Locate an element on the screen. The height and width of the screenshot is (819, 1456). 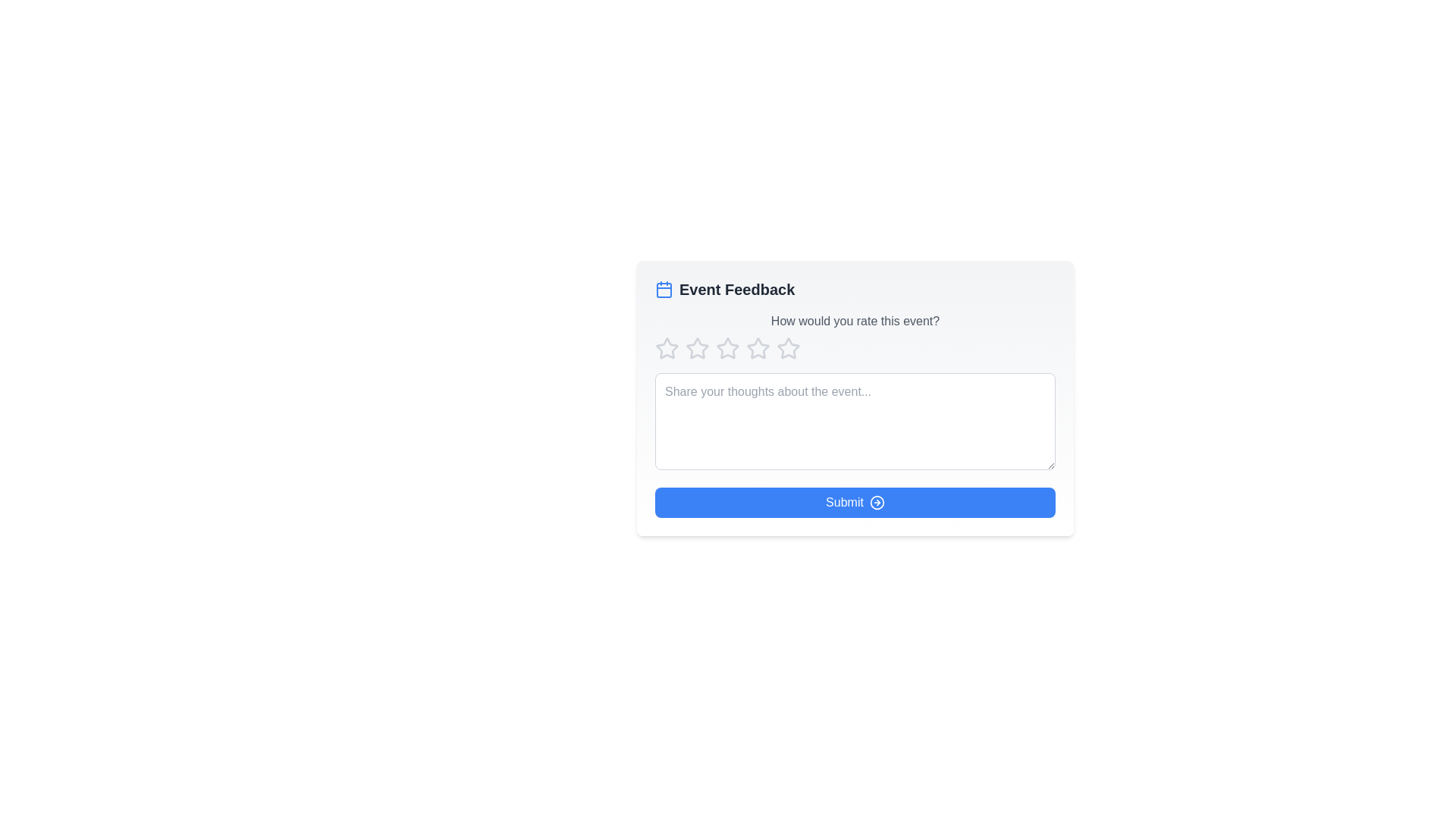
the event indication icon located to the left of the 'Event Feedback' text in the header area of the feedback form is located at coordinates (664, 289).